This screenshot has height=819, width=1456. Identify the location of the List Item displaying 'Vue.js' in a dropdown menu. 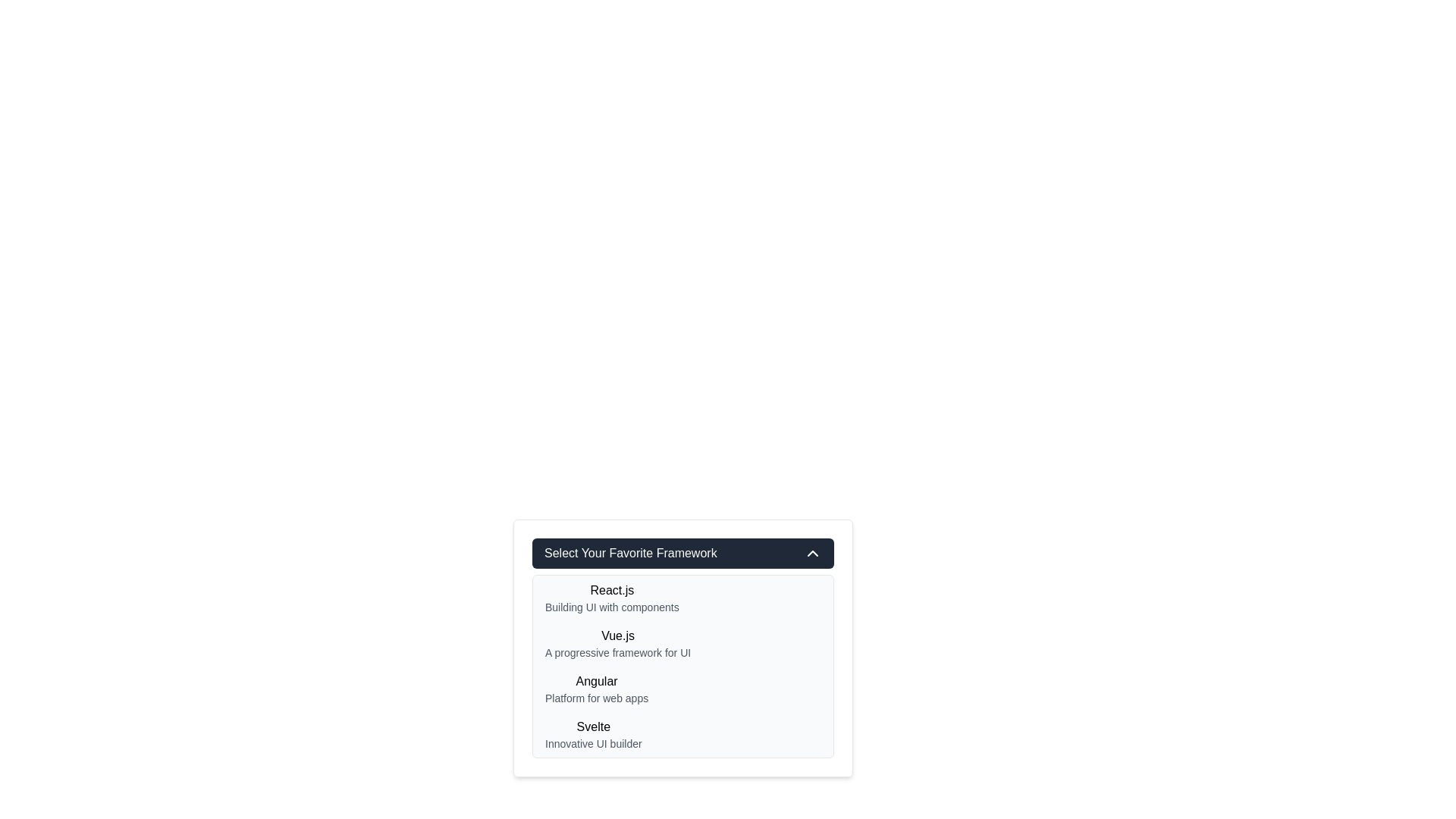
(618, 643).